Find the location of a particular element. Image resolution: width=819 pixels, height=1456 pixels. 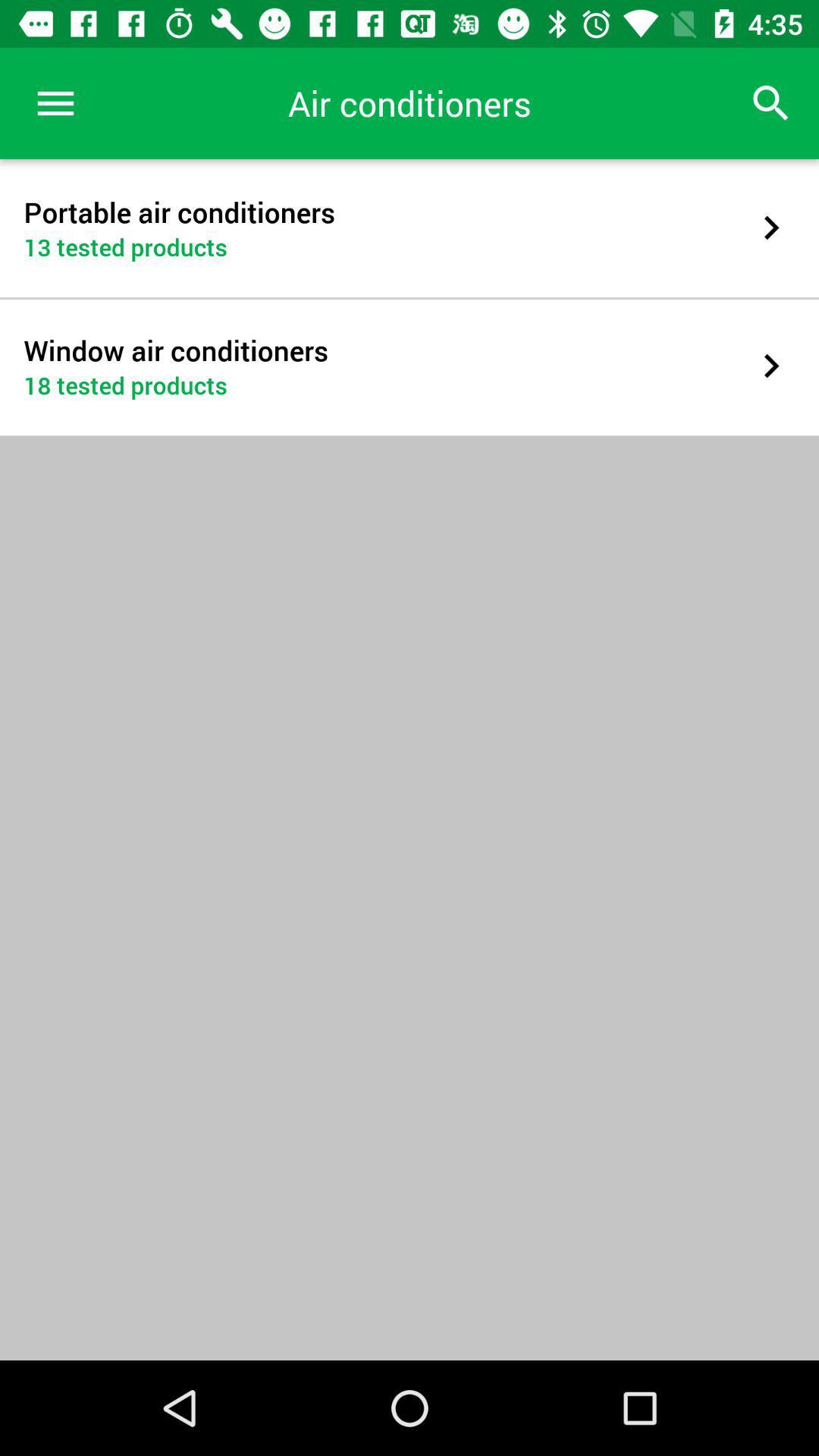

the icon next to the air conditioners item is located at coordinates (771, 102).